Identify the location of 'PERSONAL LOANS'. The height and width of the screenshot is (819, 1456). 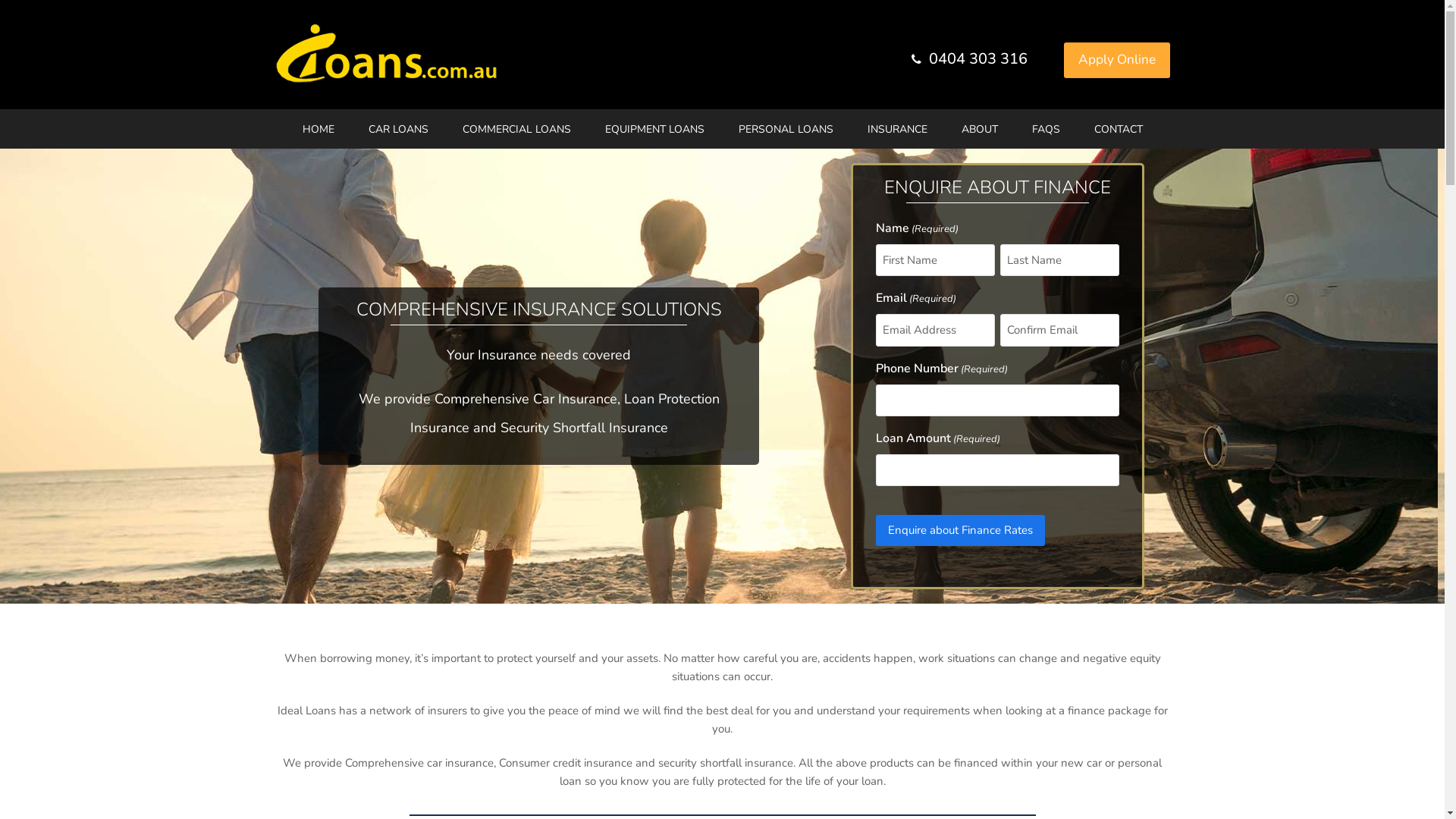
(786, 127).